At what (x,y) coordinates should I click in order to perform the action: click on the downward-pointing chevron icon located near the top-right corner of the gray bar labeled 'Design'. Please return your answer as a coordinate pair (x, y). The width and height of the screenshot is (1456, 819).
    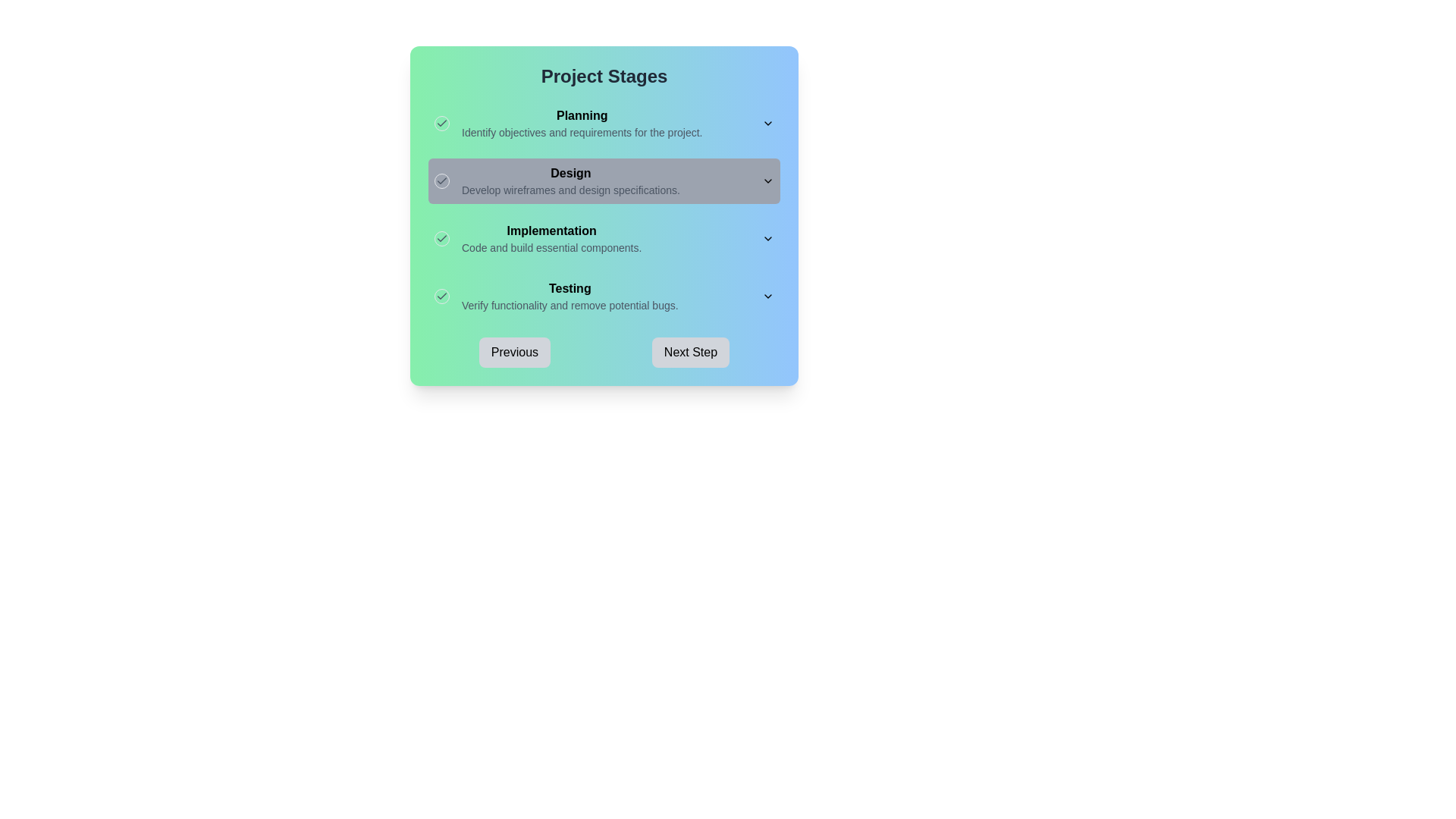
    Looking at the image, I should click on (767, 180).